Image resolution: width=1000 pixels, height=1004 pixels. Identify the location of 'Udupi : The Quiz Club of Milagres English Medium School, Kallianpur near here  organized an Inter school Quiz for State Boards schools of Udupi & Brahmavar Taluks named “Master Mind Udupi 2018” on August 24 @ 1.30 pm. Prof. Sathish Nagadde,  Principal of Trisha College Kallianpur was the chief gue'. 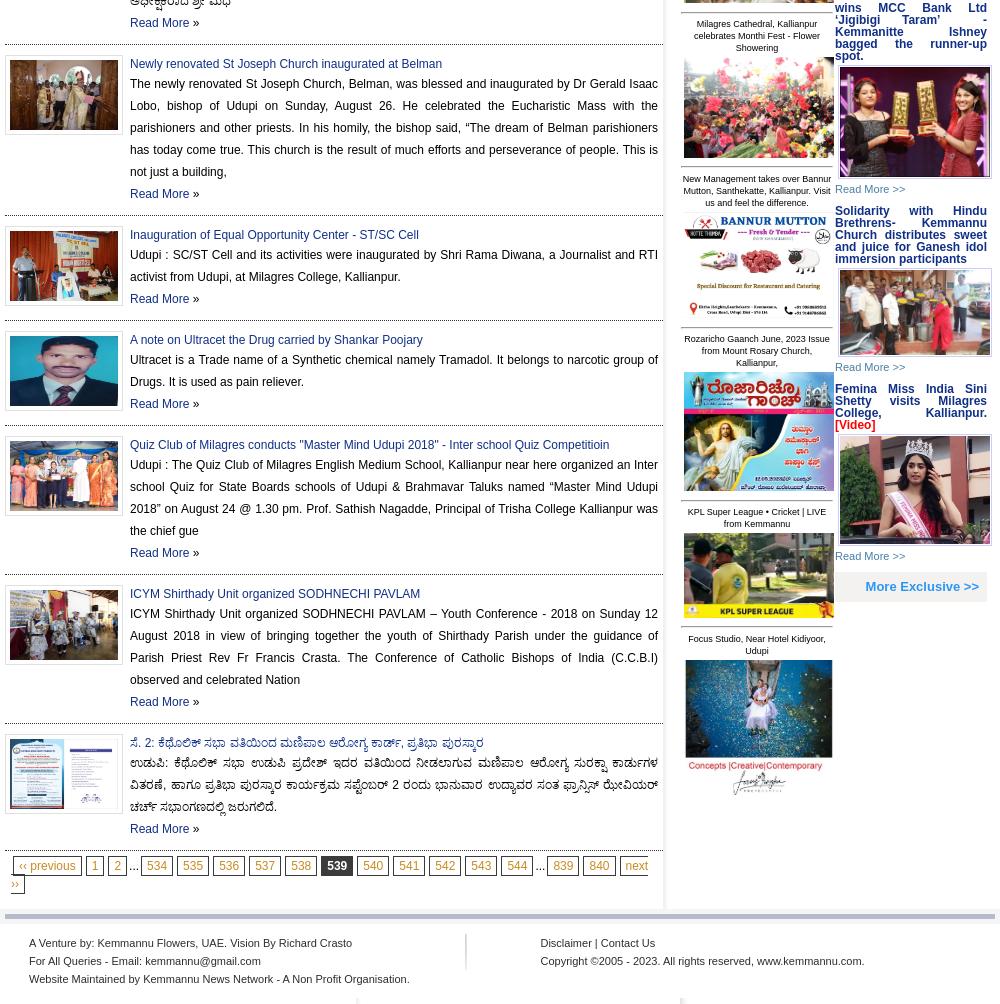
(394, 496).